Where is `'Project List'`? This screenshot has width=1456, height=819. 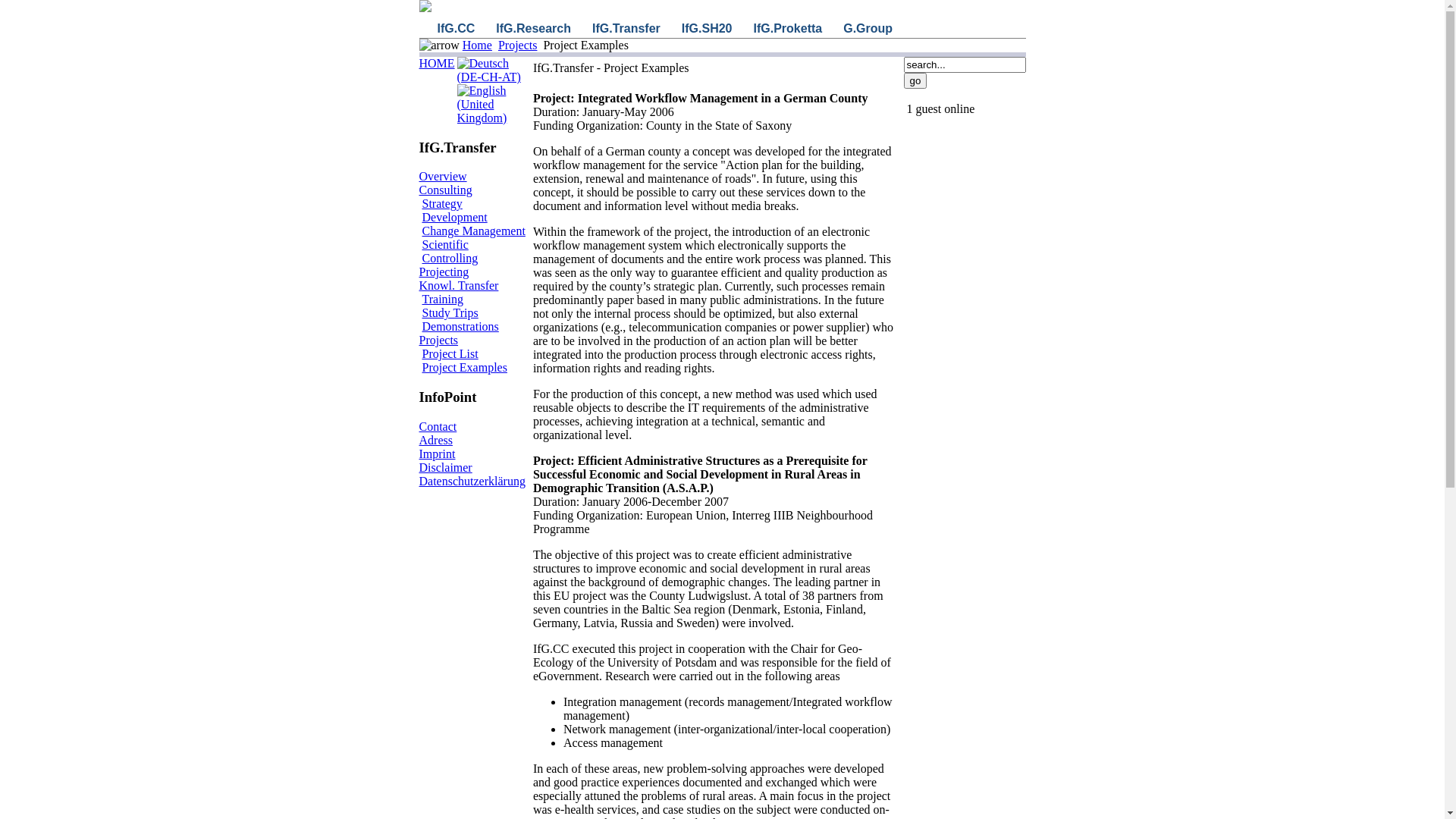 'Project List' is located at coordinates (449, 353).